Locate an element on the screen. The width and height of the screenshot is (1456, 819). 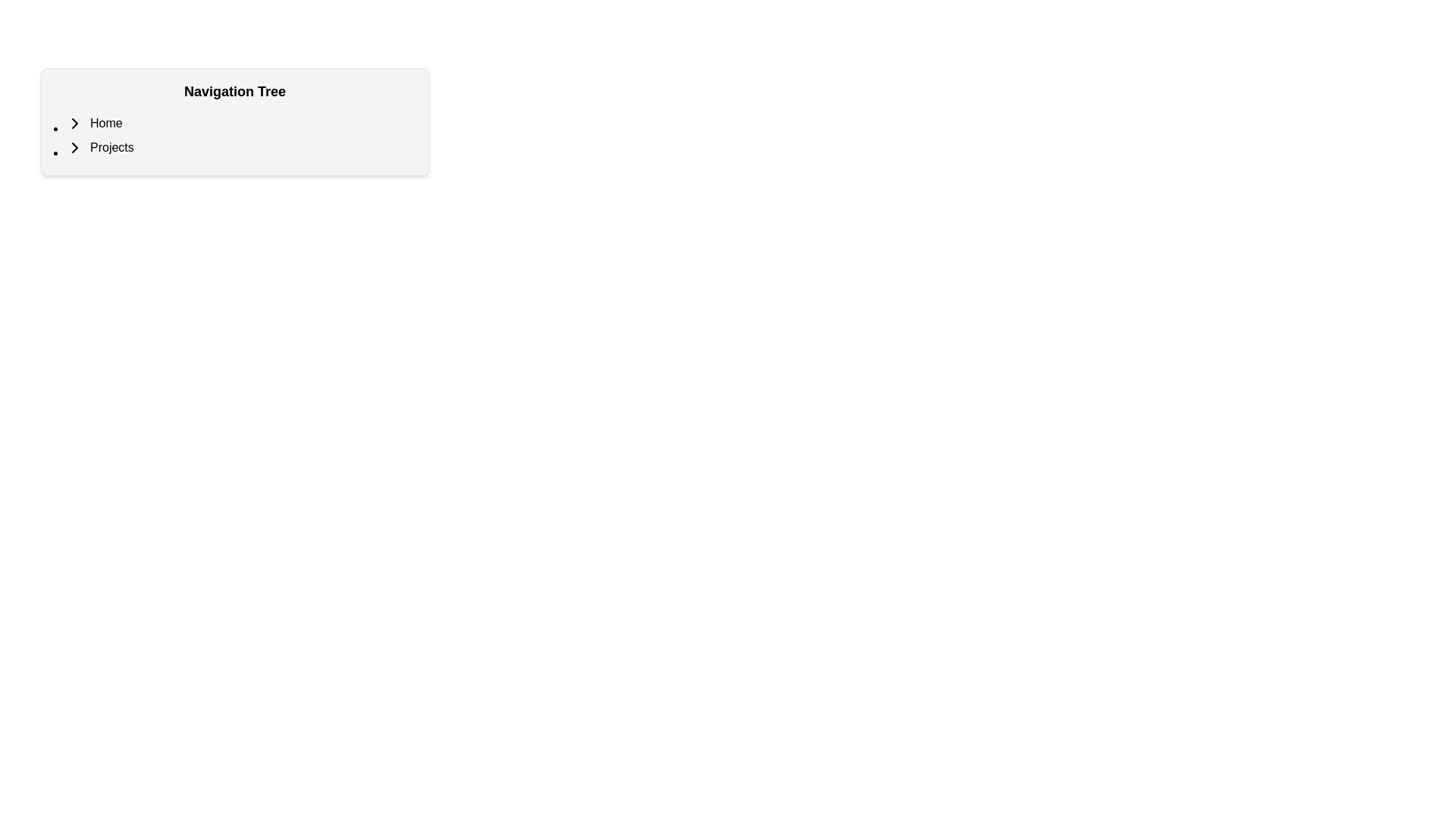
the button located to the left of the 'Projects' label is located at coordinates (74, 148).